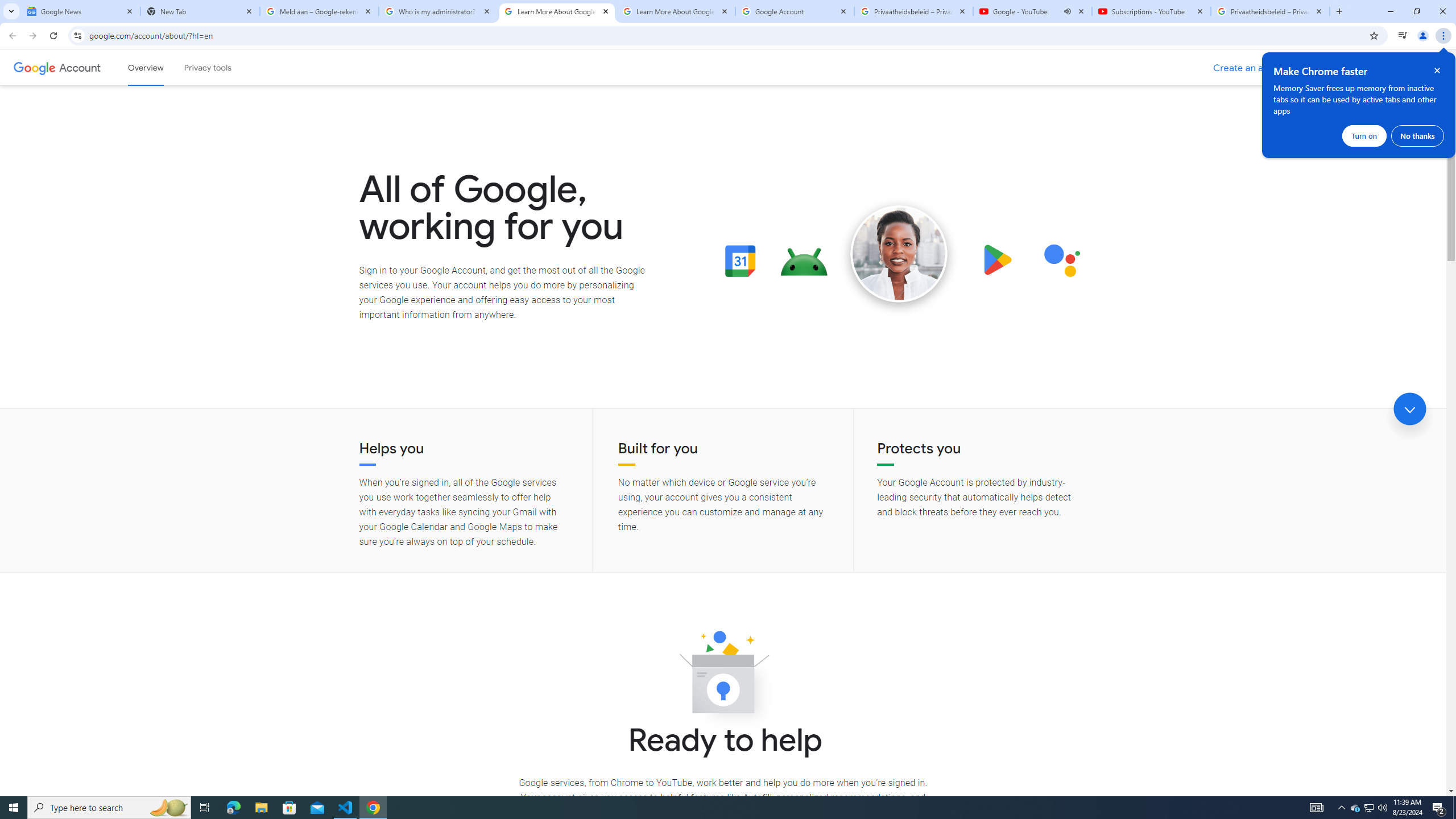  I want to click on 'Jump link', so click(1409, 409).